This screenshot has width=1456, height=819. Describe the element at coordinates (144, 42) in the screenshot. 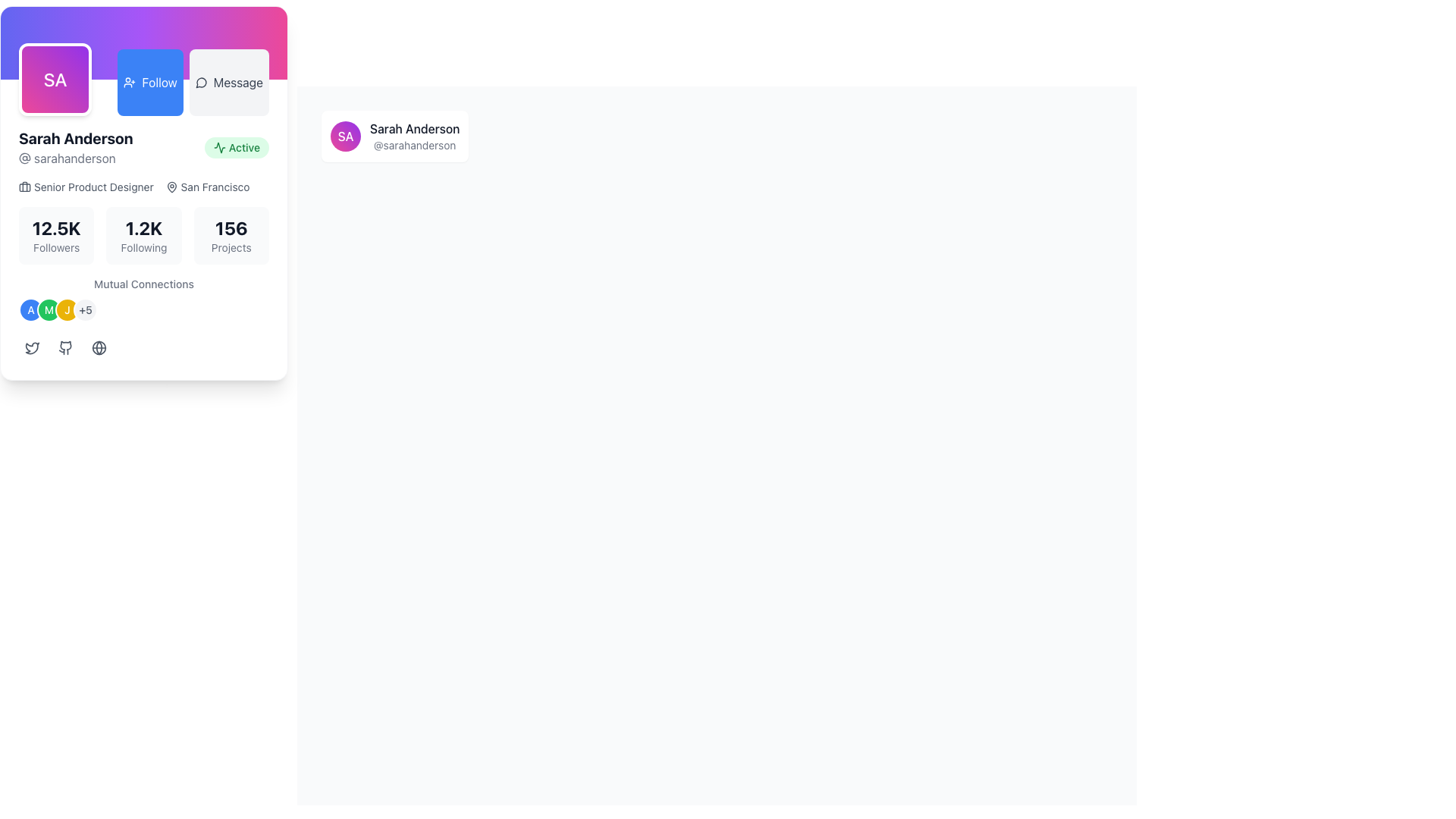

I see `the decorative background element at the top edge of the profile card to enhance visual appeal and segment the card` at that location.